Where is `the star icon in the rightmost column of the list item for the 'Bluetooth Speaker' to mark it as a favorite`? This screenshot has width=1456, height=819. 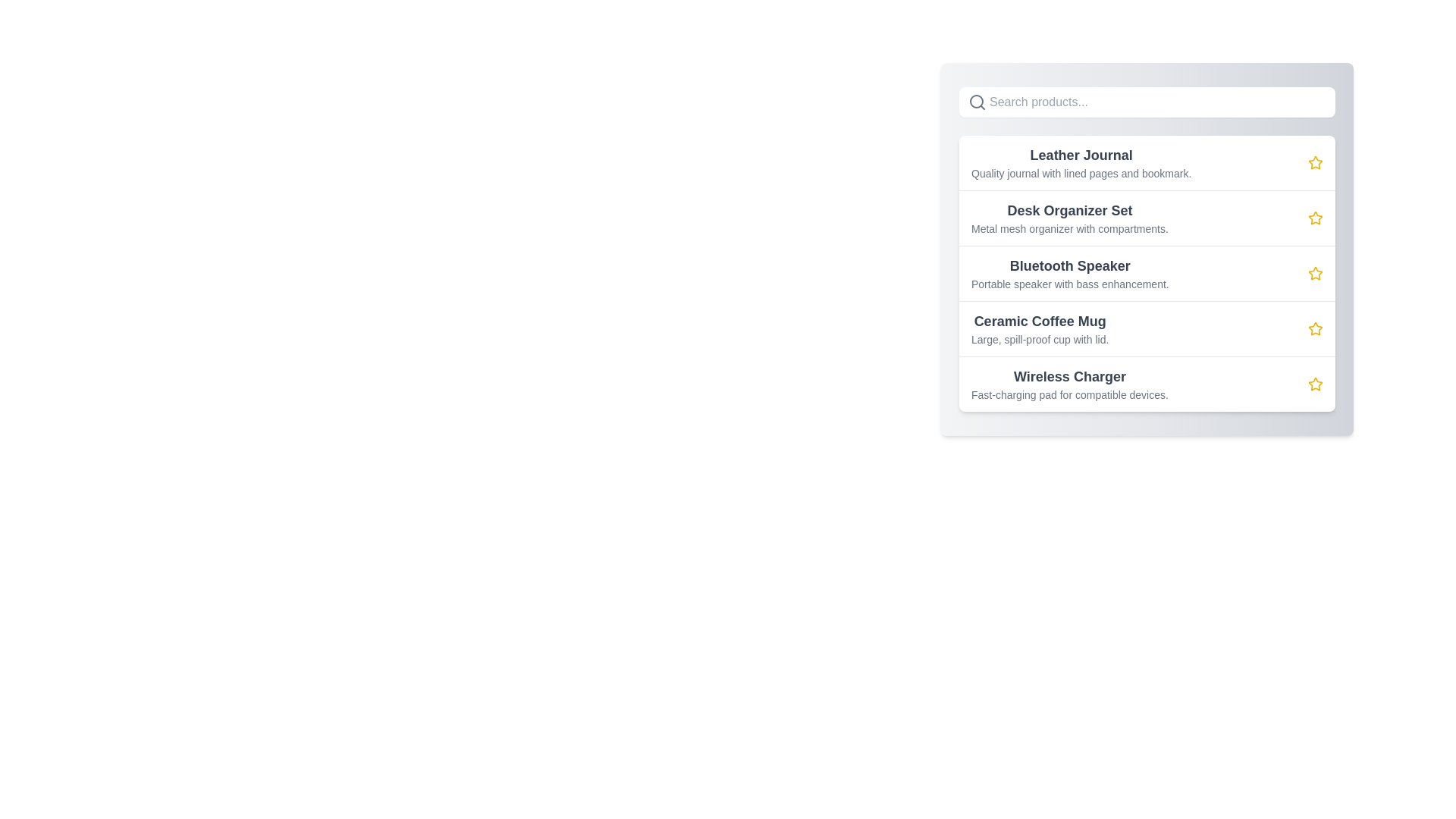 the star icon in the rightmost column of the list item for the 'Bluetooth Speaker' to mark it as a favorite is located at coordinates (1314, 274).